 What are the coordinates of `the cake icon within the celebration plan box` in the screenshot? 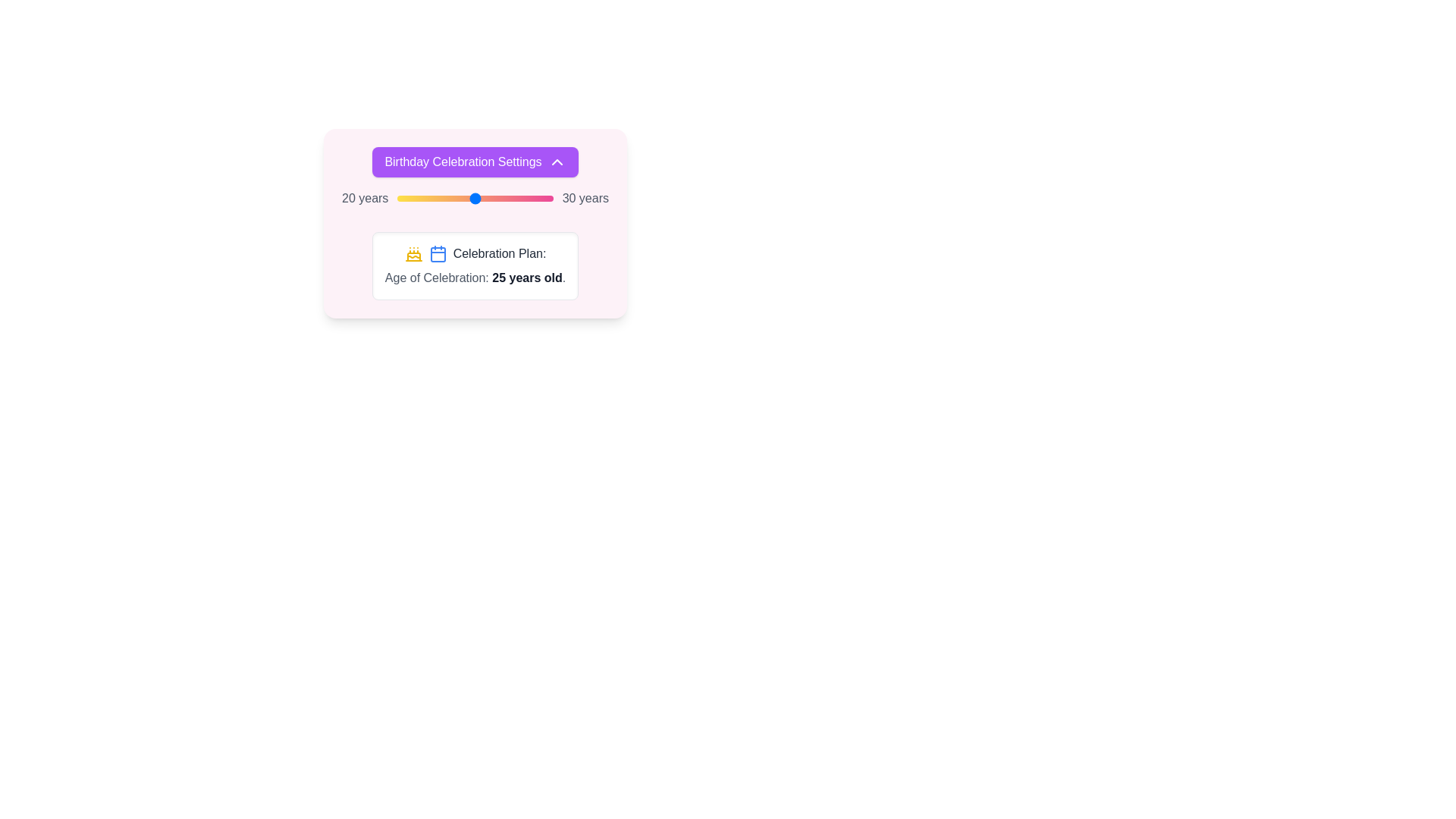 It's located at (413, 253).